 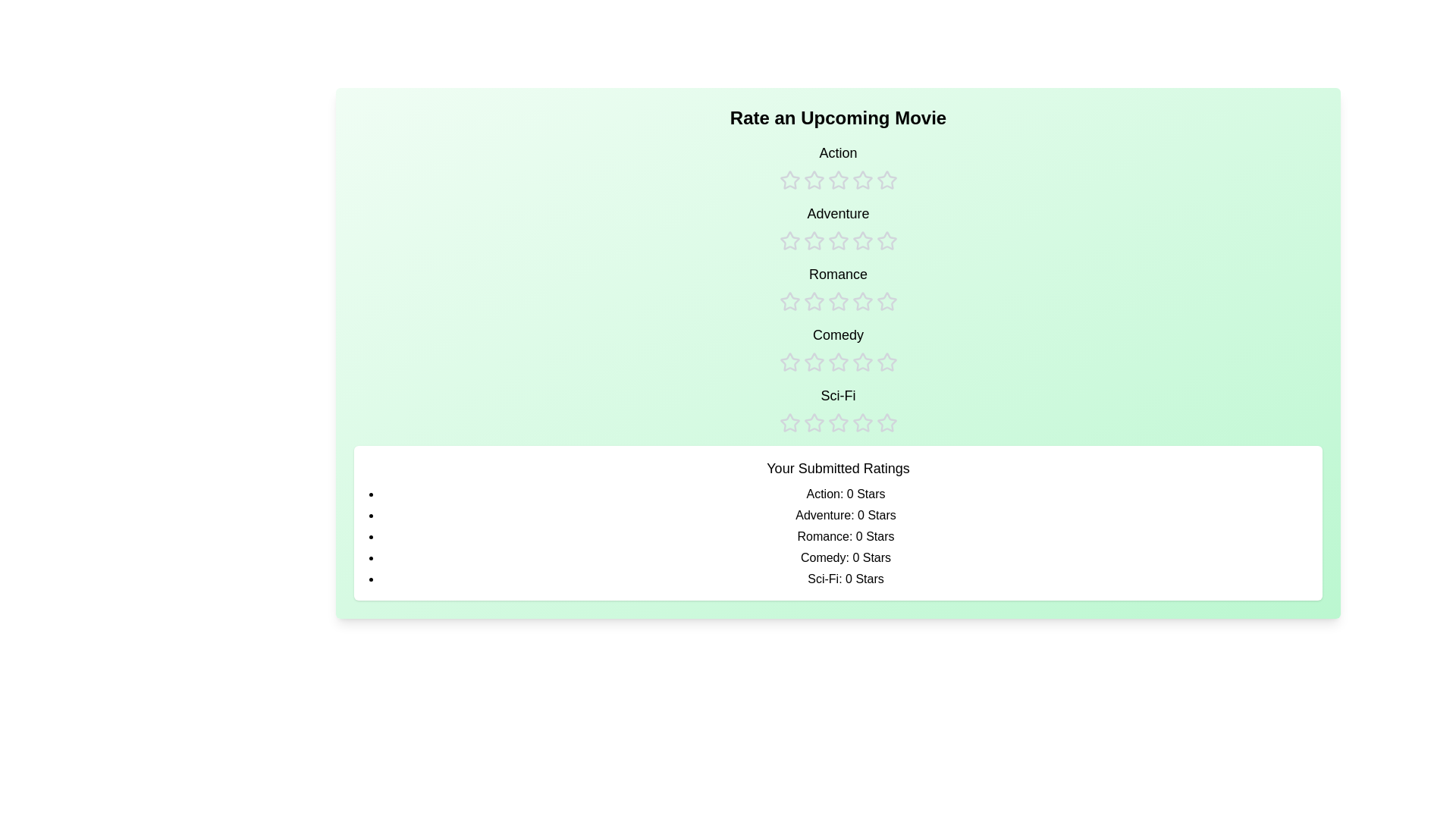 What do you see at coordinates (886, 348) in the screenshot?
I see `the rating for the Comedy category to 5 stars` at bounding box center [886, 348].